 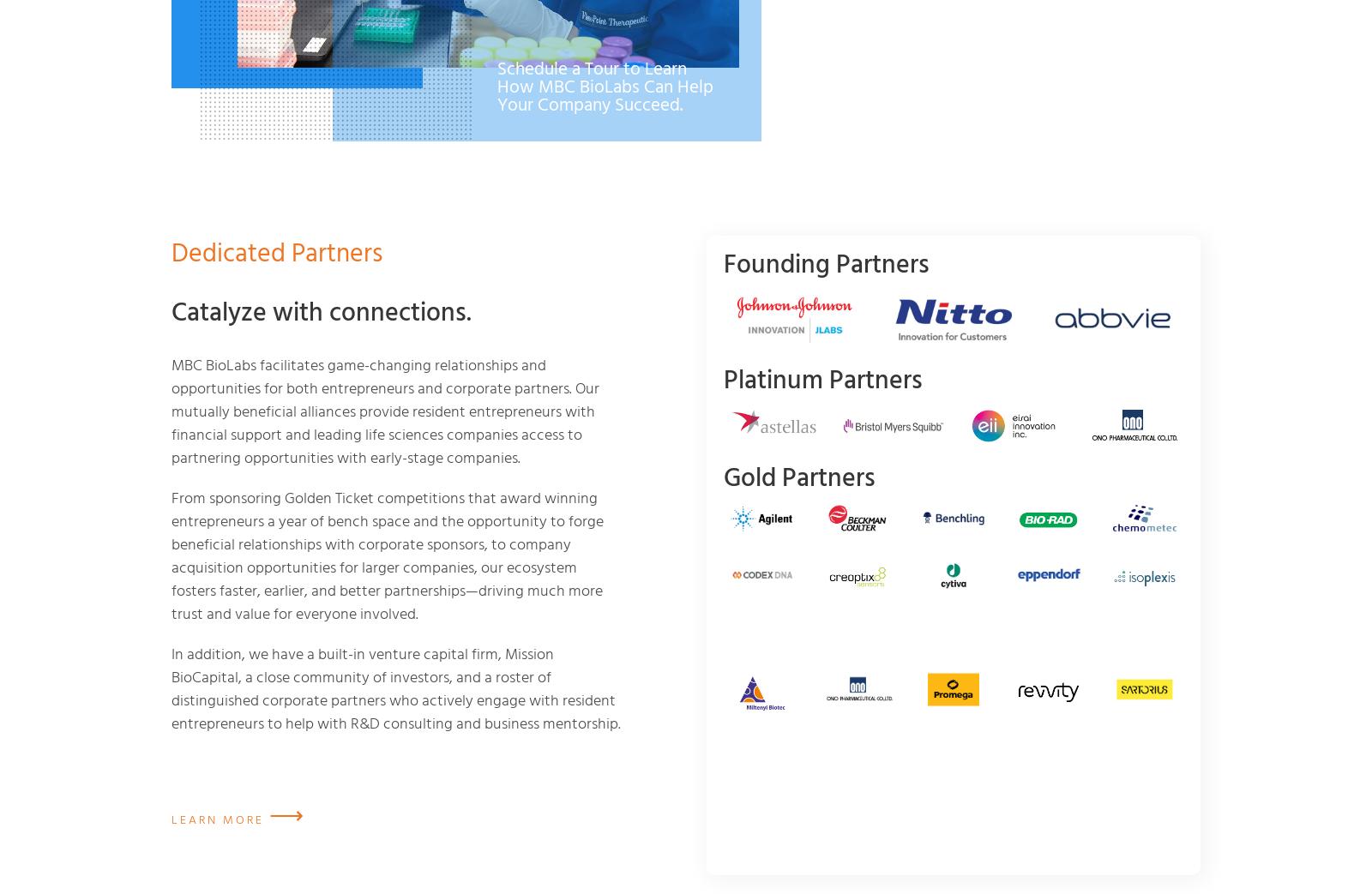 I want to click on 'Catalyze with connections.', so click(x=322, y=312).